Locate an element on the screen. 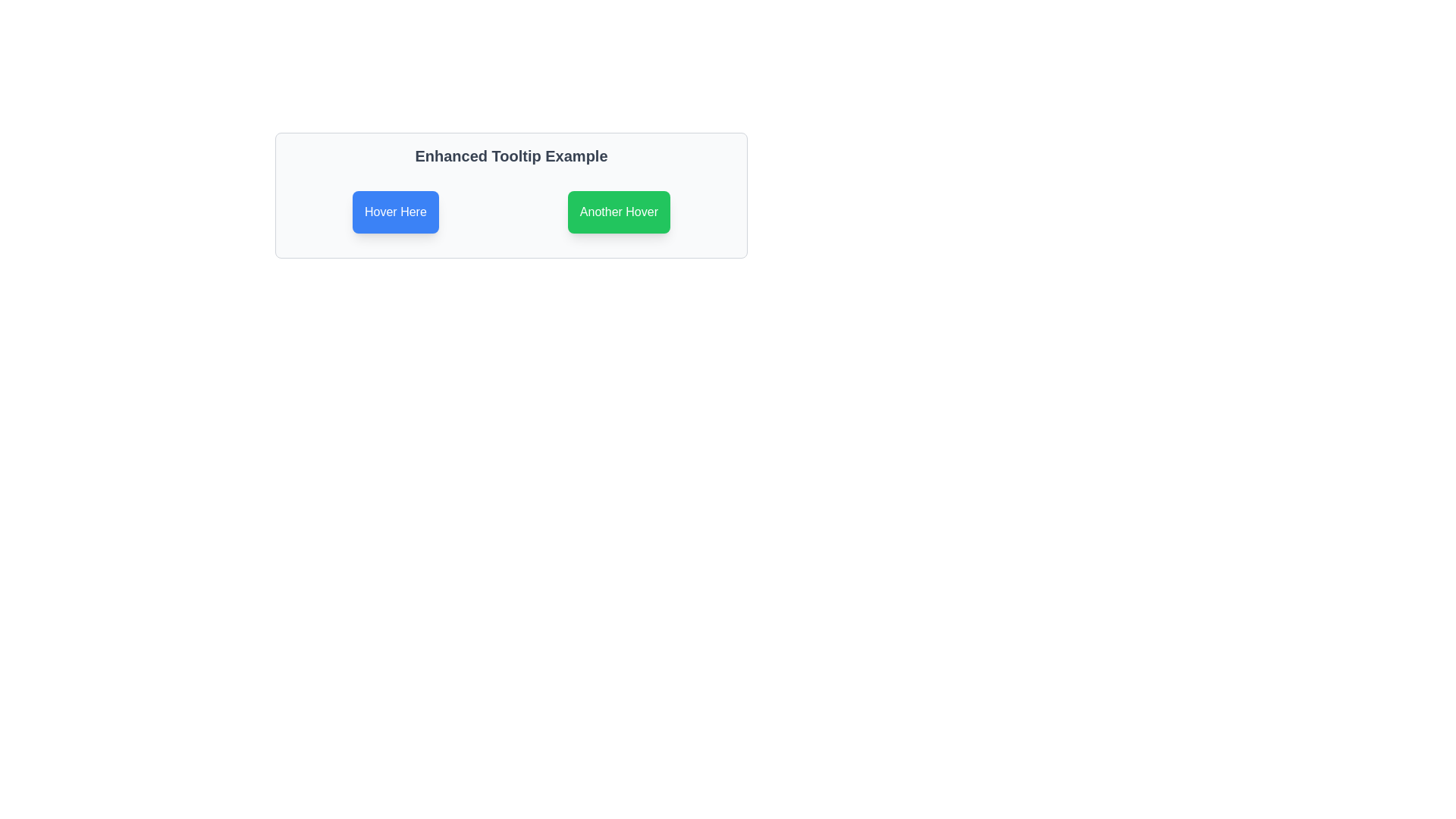 This screenshot has height=819, width=1456. the green button labeled 'Another Hover' is located at coordinates (619, 212).